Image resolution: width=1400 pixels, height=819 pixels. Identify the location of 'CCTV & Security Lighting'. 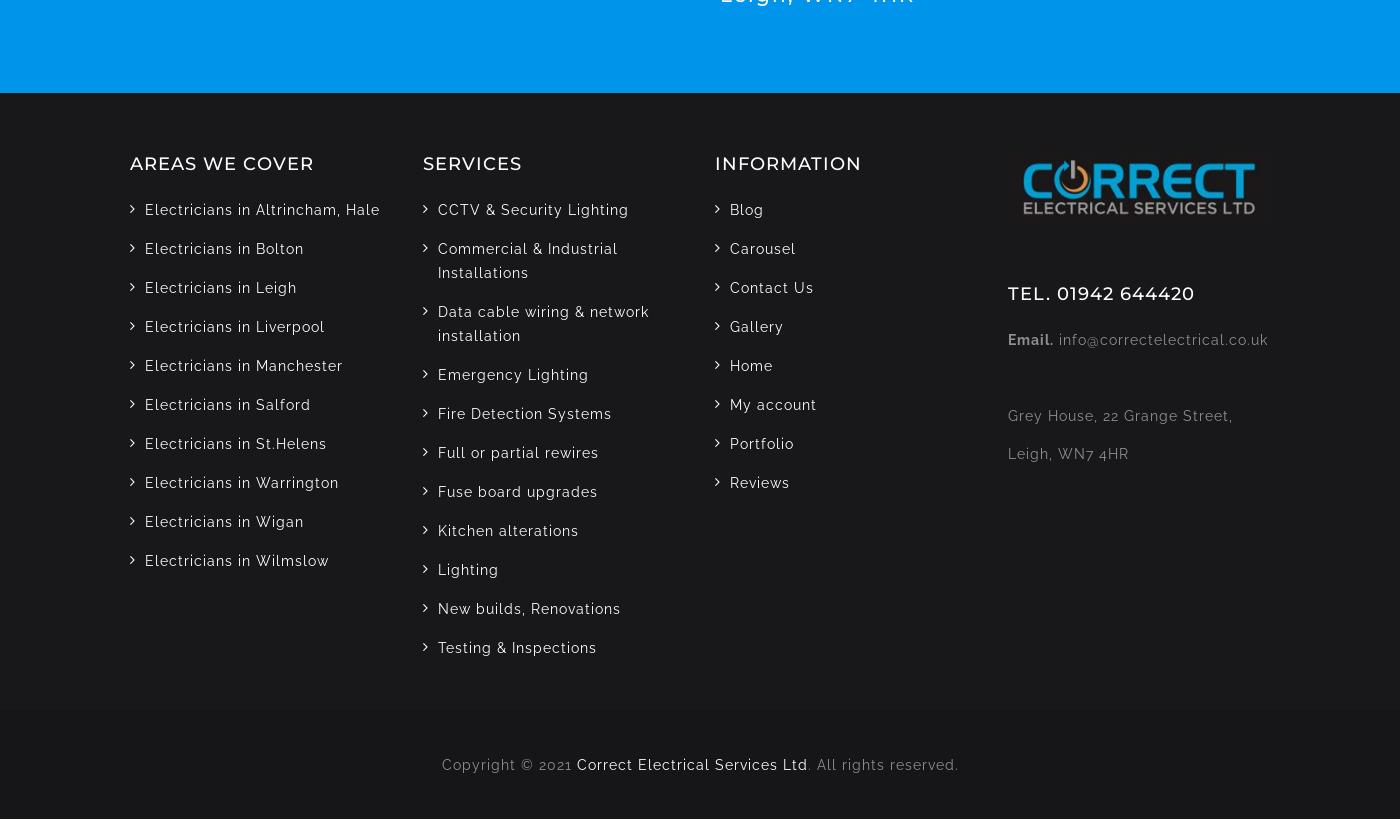
(436, 209).